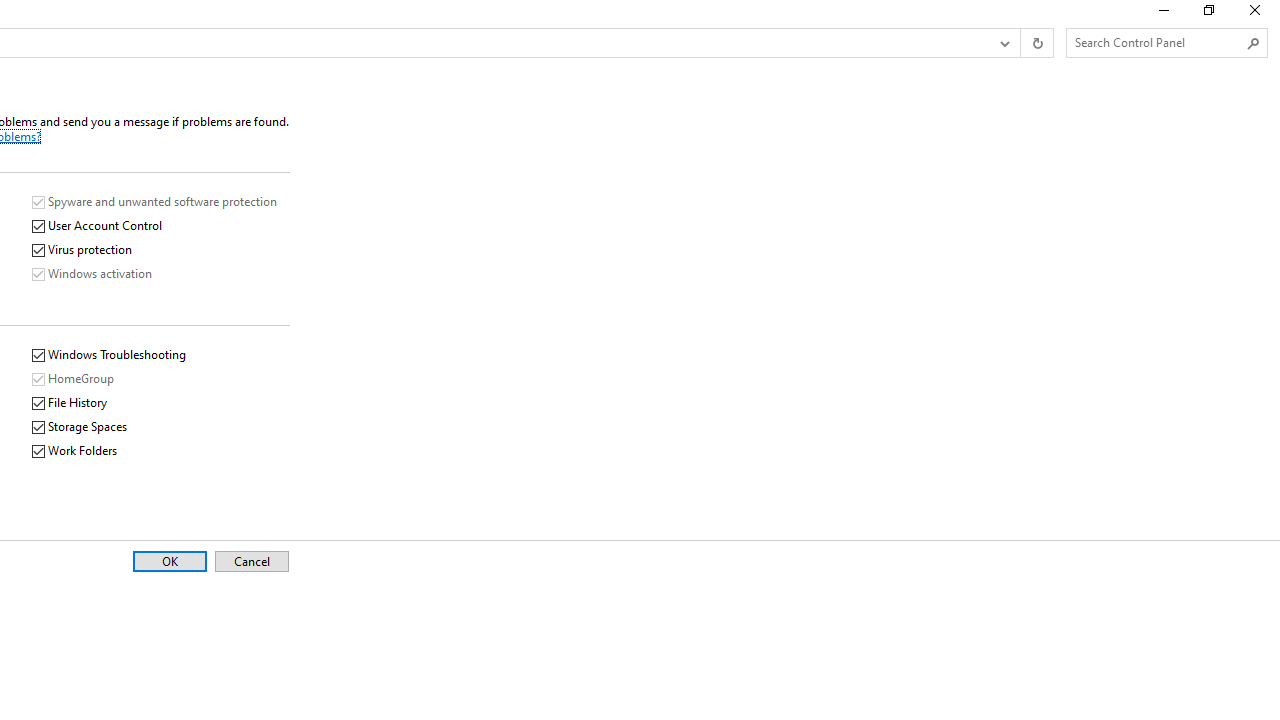  Describe the element at coordinates (75, 451) in the screenshot. I see `'Work Folders'` at that location.